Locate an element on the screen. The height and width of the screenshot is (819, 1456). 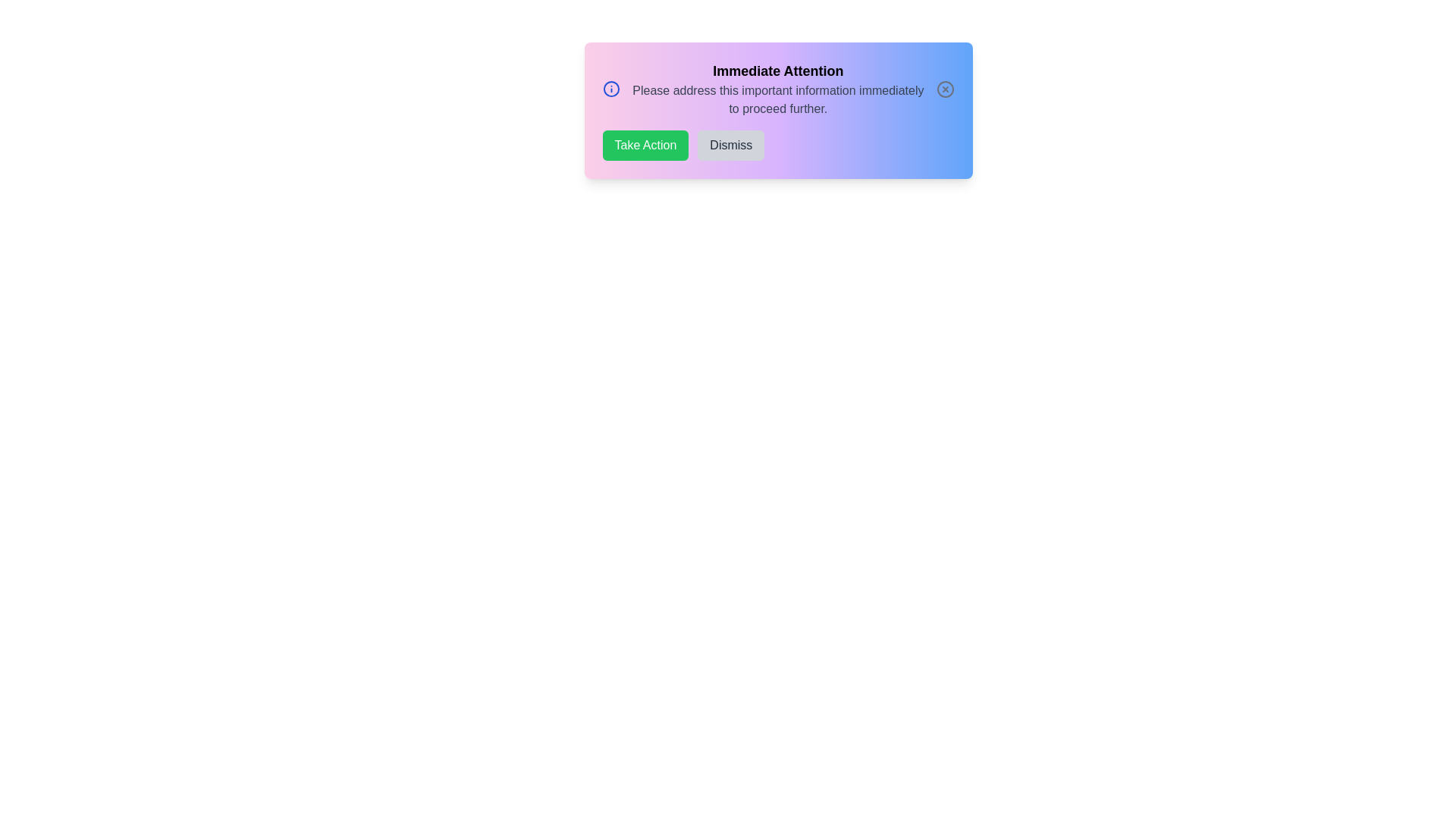
'Dismiss' button to skip the action is located at coordinates (731, 146).